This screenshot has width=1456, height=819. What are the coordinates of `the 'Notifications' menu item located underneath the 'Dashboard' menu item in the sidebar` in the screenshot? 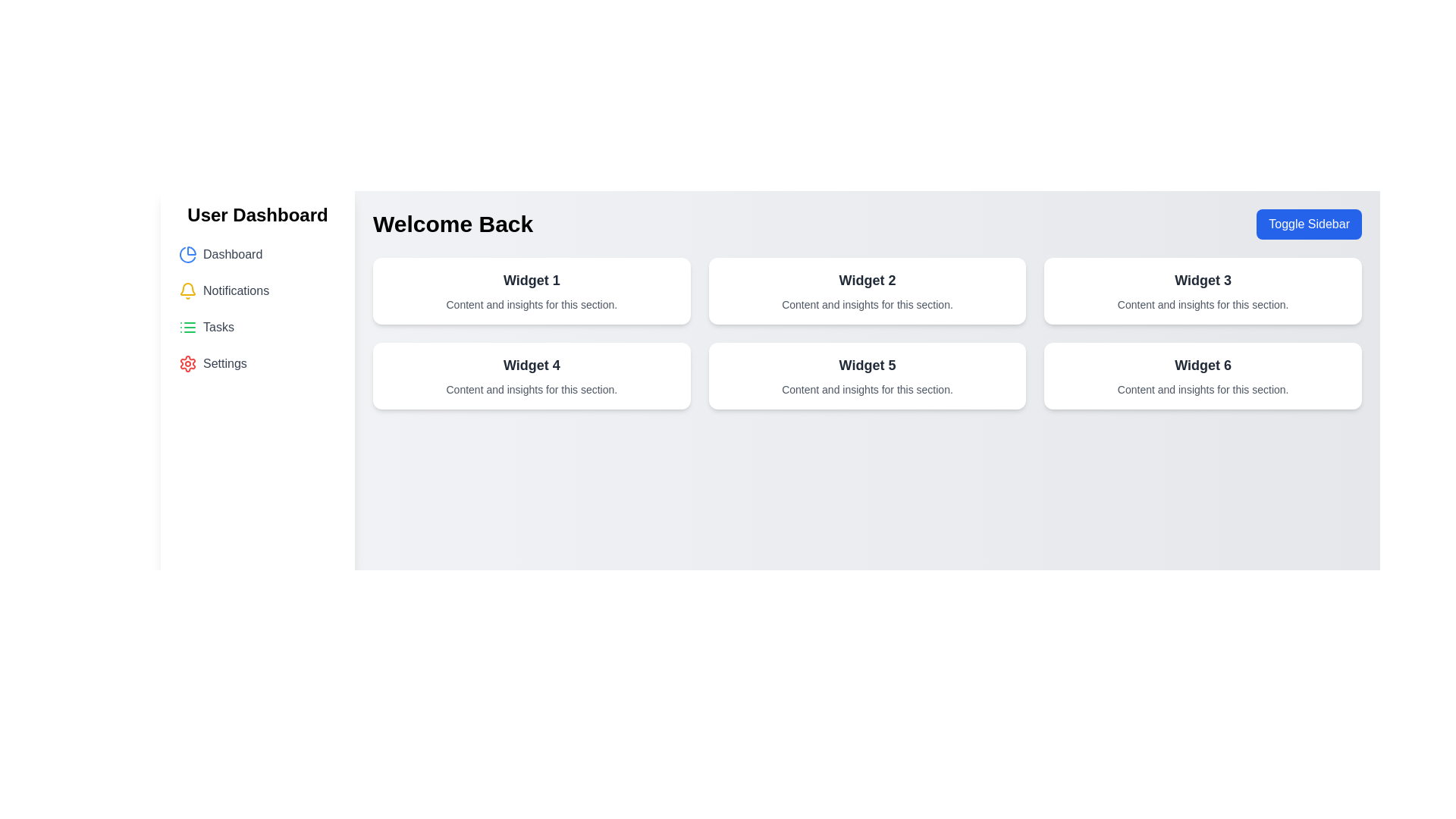 It's located at (258, 309).